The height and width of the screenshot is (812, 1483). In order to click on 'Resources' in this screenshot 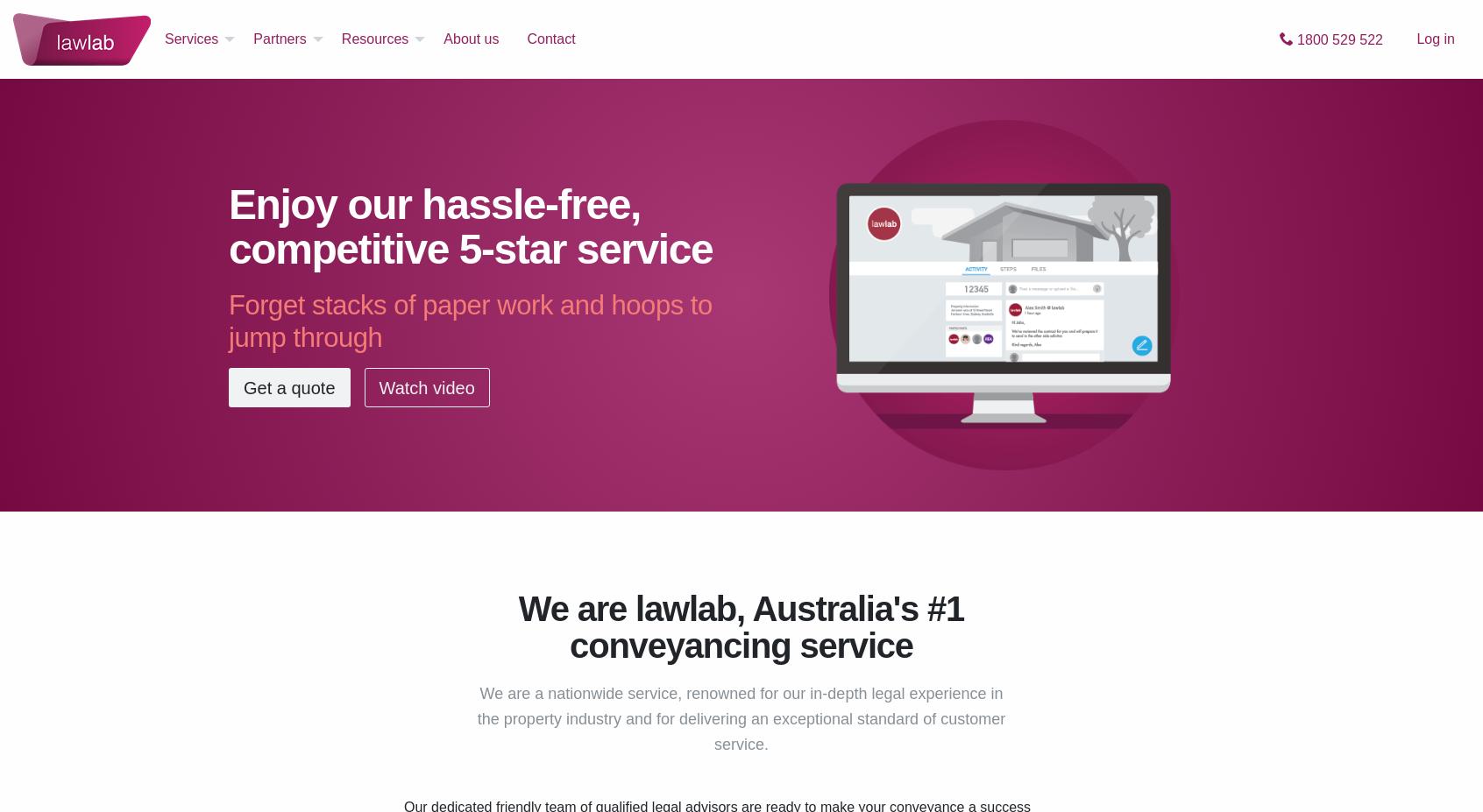, I will do `click(373, 38)`.